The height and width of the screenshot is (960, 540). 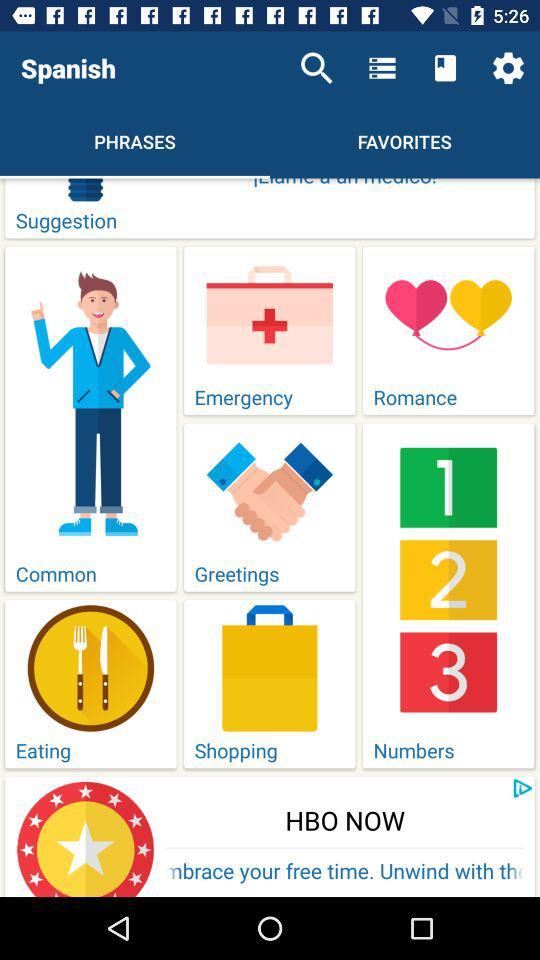 I want to click on embrace your free, so click(x=344, y=872).